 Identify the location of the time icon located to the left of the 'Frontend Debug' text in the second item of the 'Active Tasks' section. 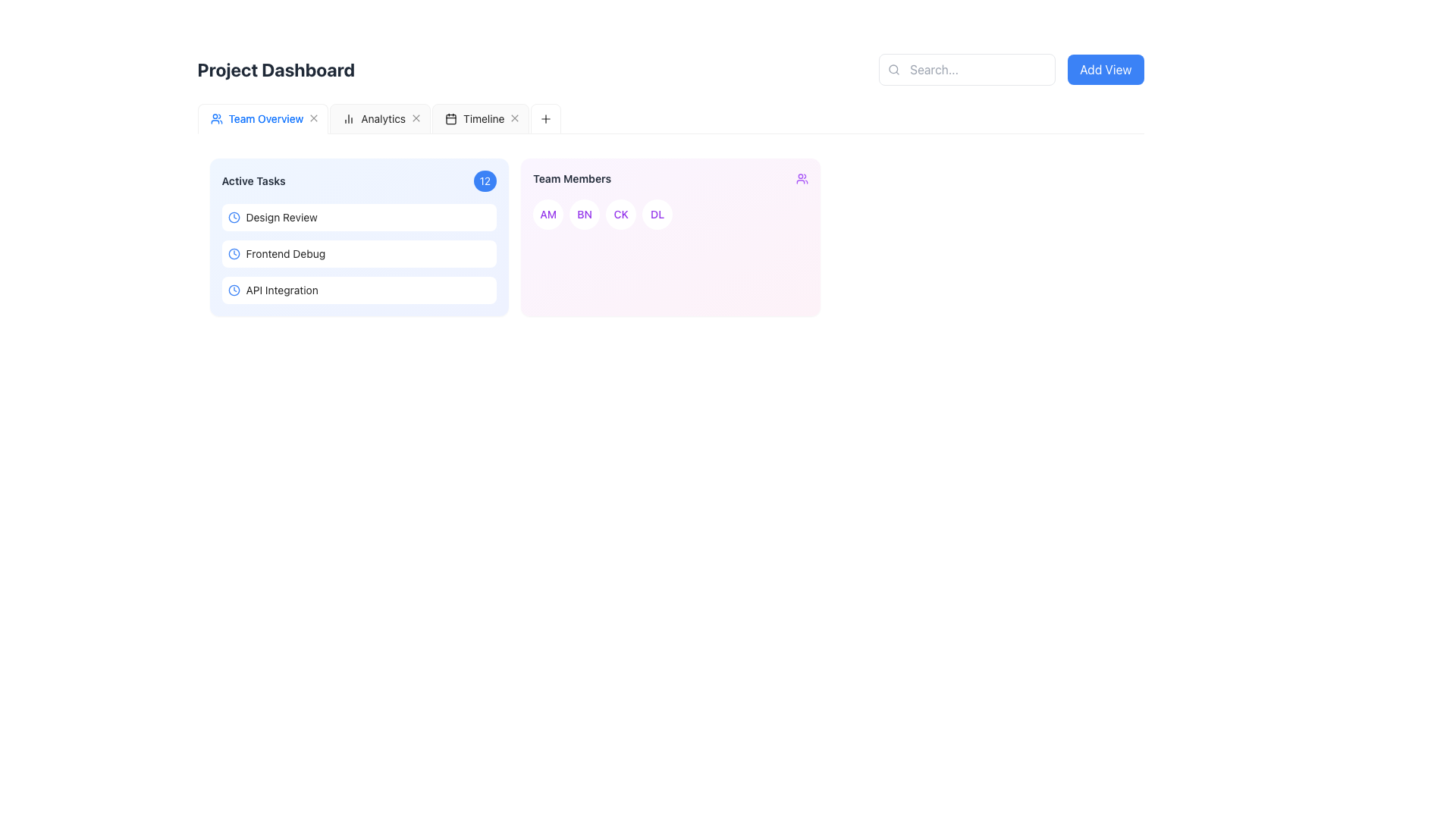
(233, 253).